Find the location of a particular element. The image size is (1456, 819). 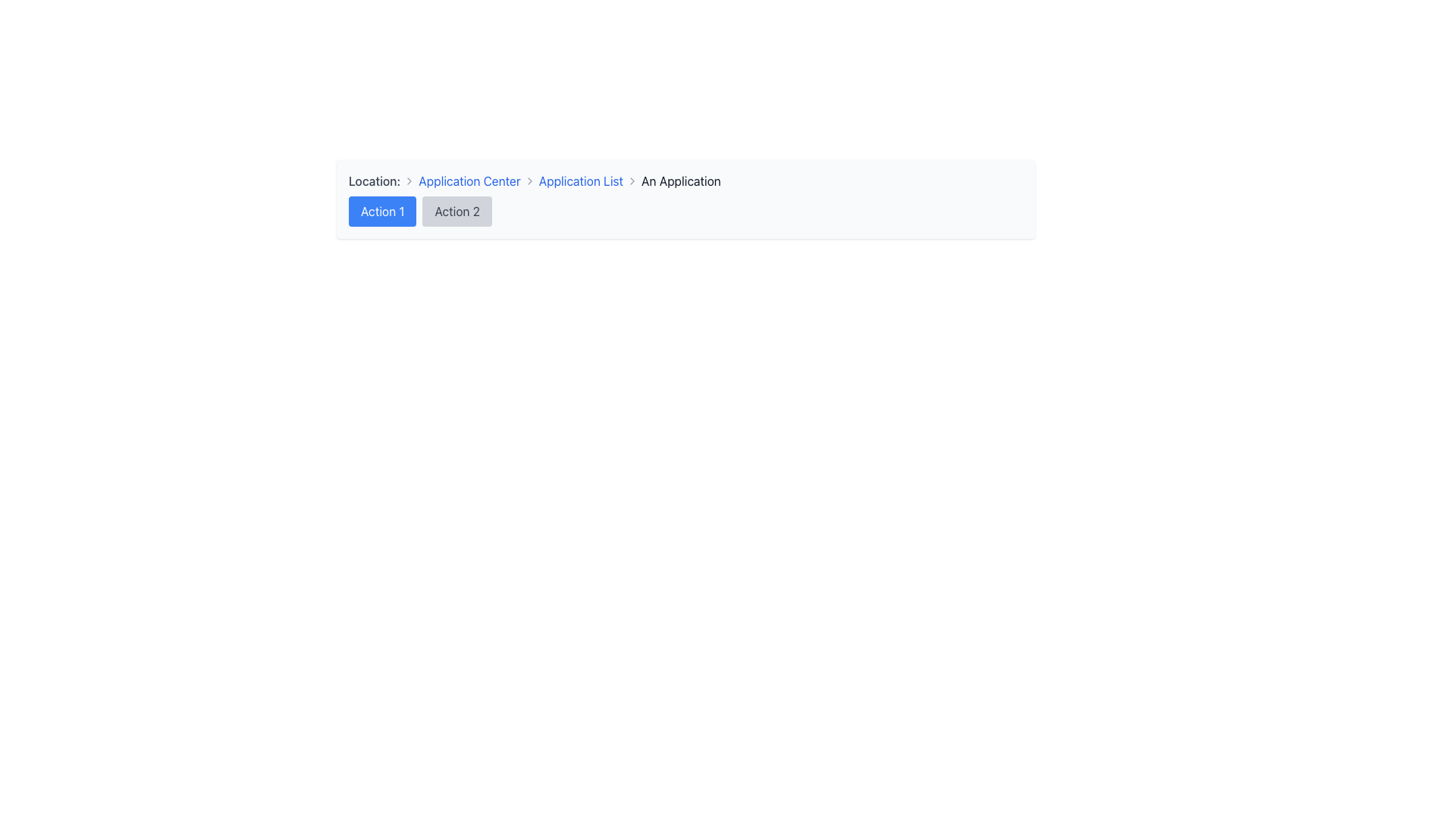

the small rightwards arrow icon in the breadcrumb navigation bar, positioned between 'Location:' and 'Application Center' is located at coordinates (409, 180).